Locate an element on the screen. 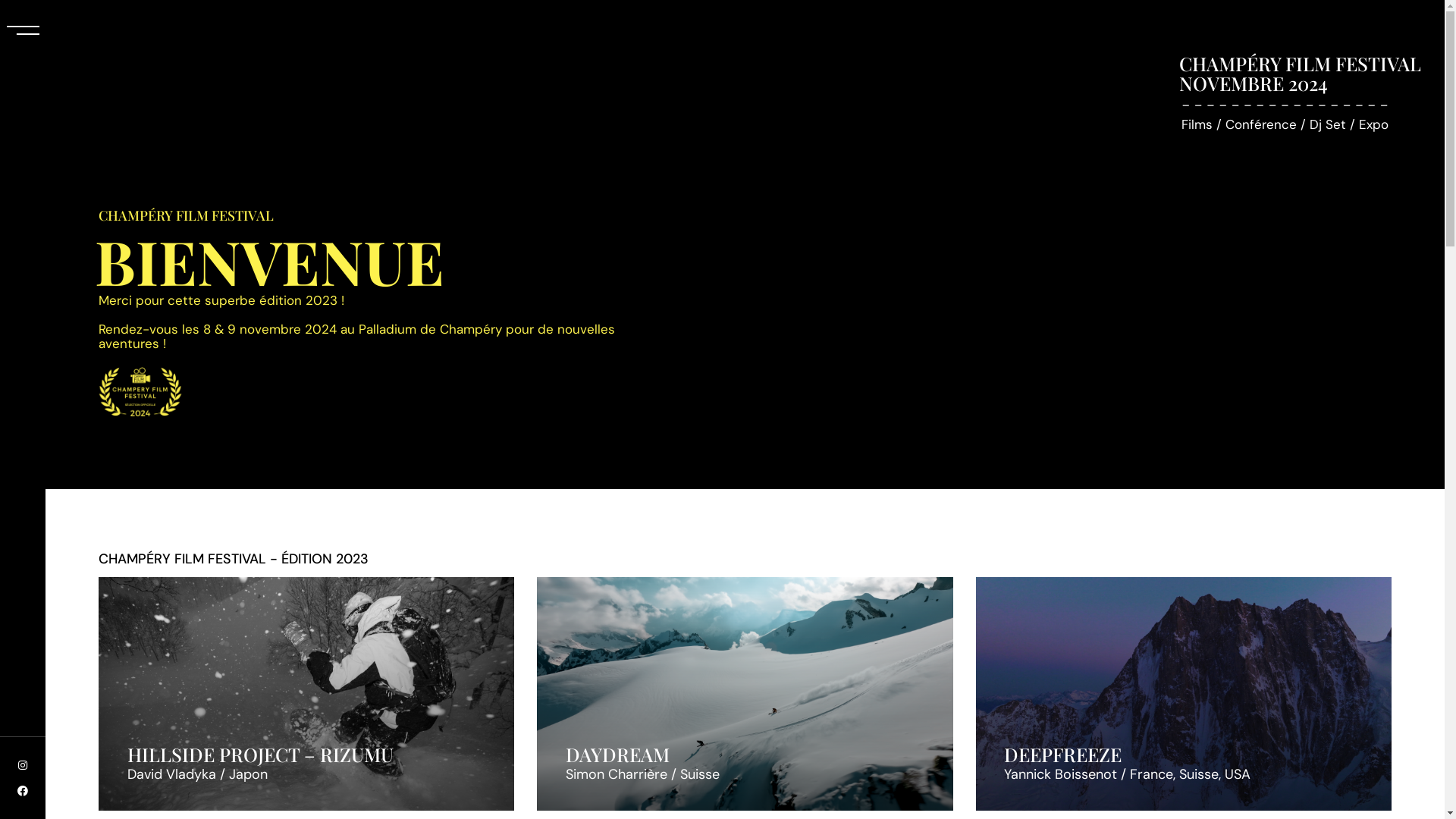 Image resolution: width=1456 pixels, height=819 pixels. 'Suisse' is located at coordinates (1197, 775).